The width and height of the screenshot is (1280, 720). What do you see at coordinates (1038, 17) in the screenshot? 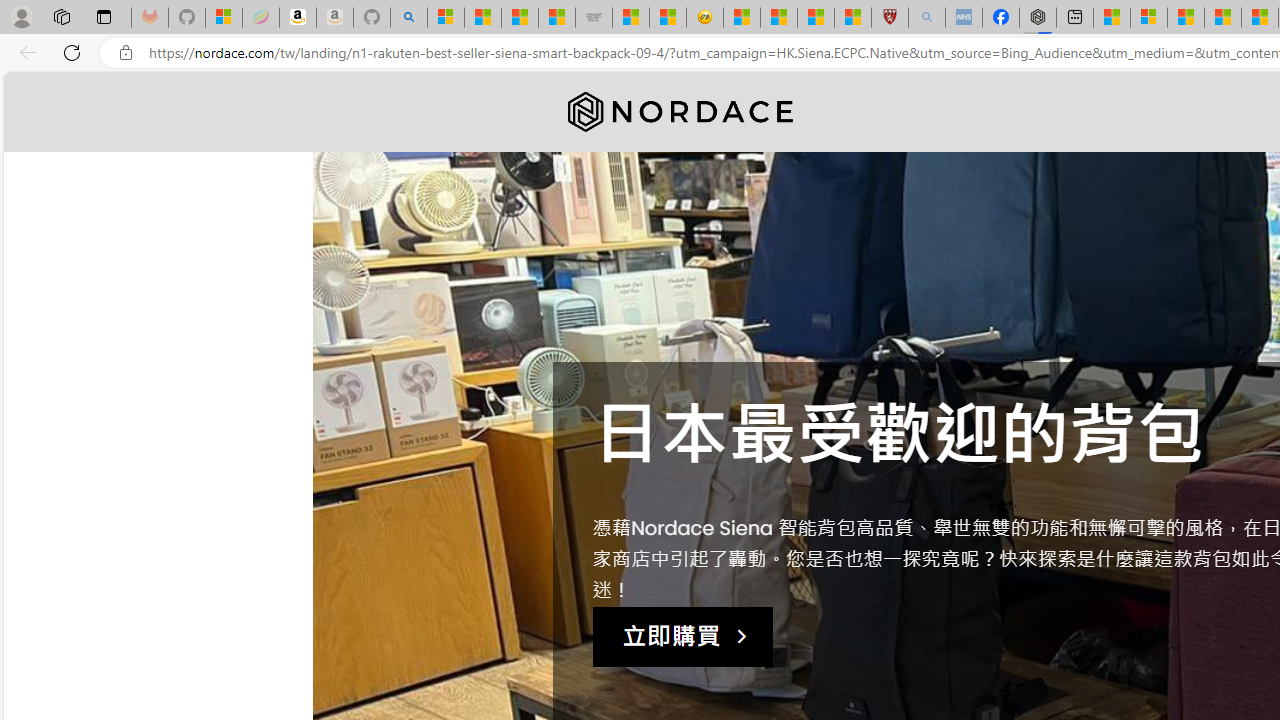
I see `'Nordace - Nordace Siena Is Not An Ordinary Backpack'` at bounding box center [1038, 17].